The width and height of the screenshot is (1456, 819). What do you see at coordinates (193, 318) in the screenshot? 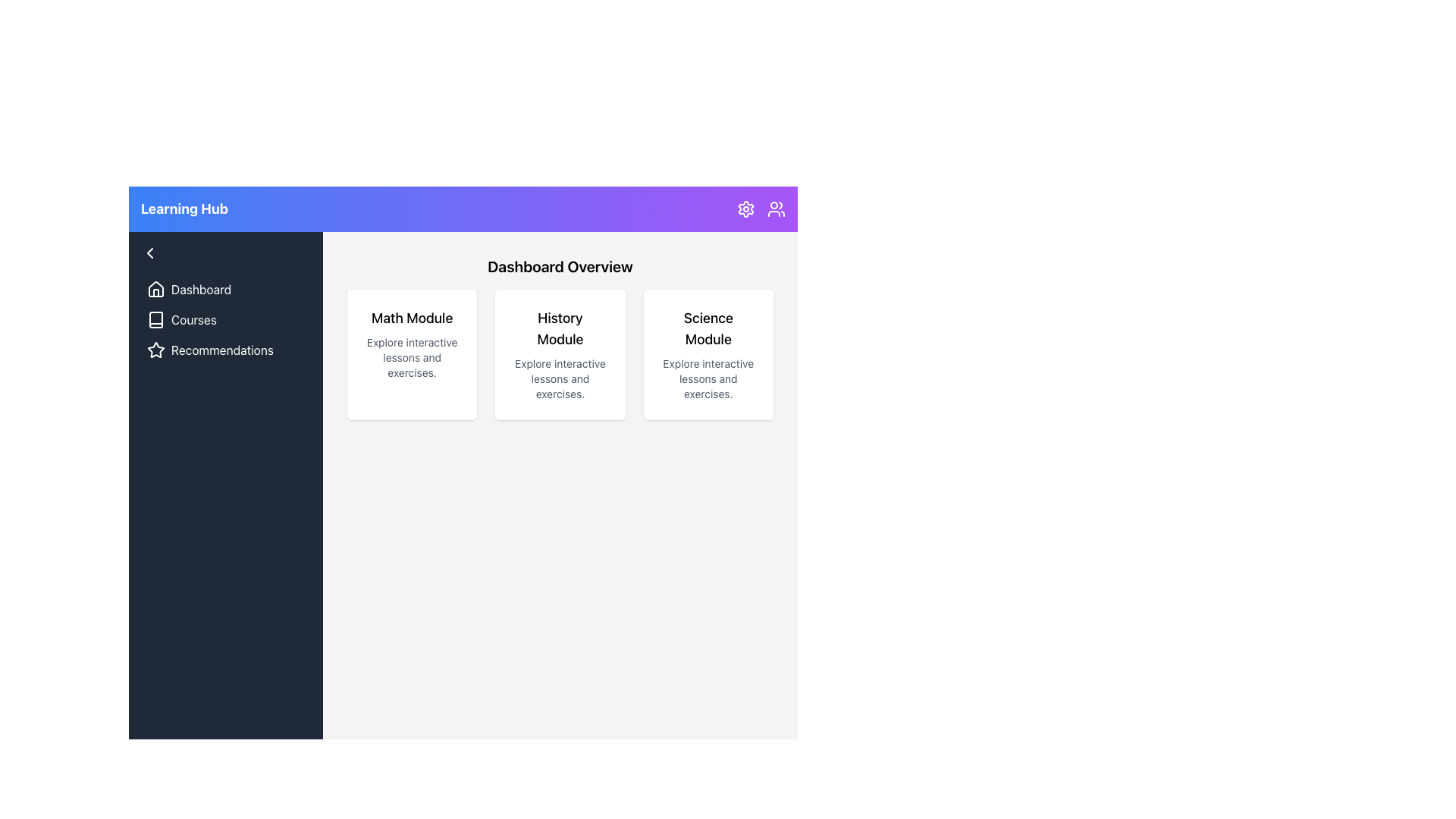
I see `the 'Courses' menu item label located in the sidebar on the left side of the interface, positioned below the 'Dashboard' menu item and to the right of the book icon` at bounding box center [193, 318].